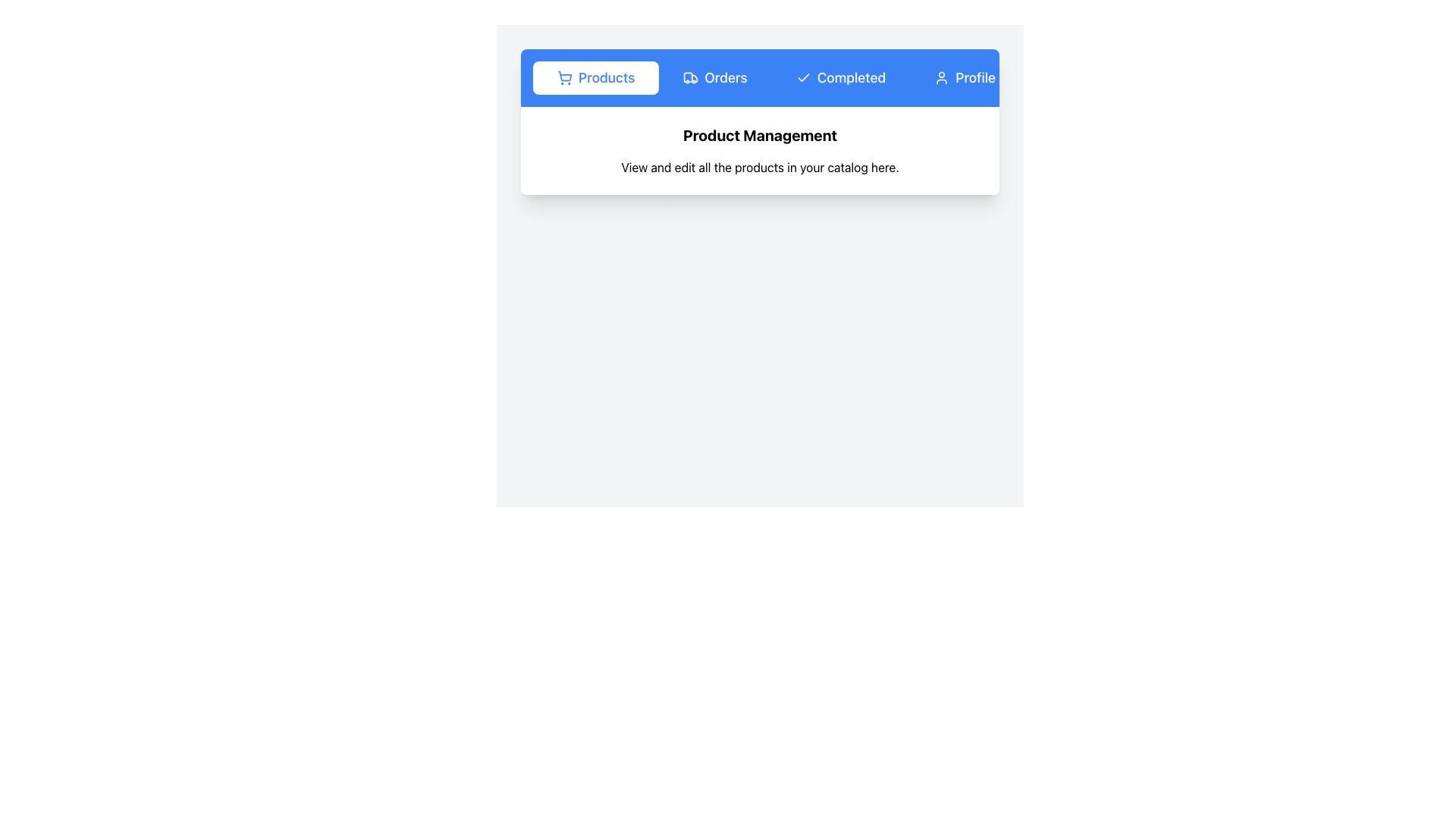  Describe the element at coordinates (802, 78) in the screenshot. I see `the icon representing the completed status located in the navigation bar next to the 'Completed' label to interact with the 'Completed' option` at that location.